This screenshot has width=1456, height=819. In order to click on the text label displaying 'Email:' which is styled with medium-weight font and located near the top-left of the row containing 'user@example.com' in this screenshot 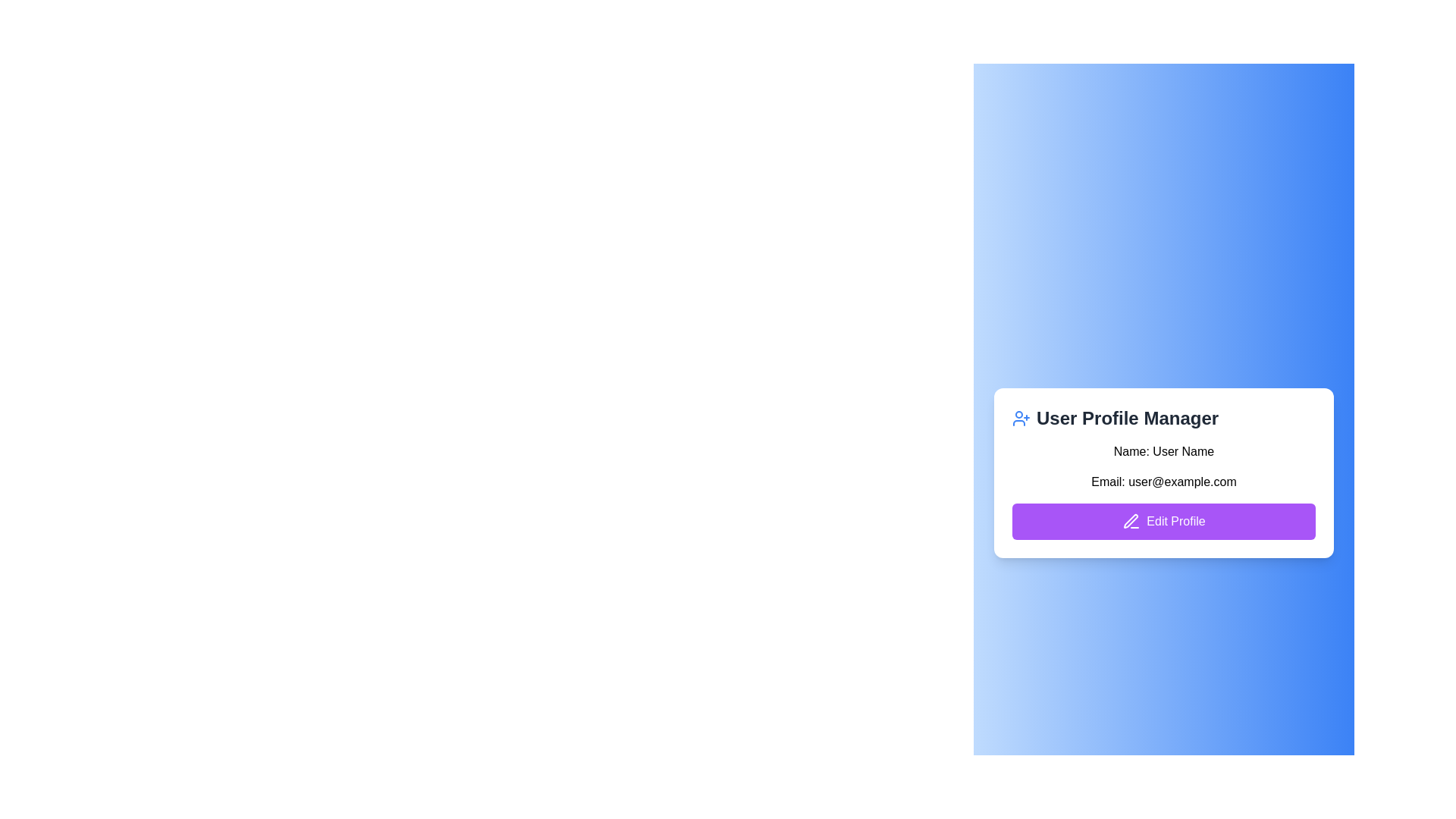, I will do `click(1108, 482)`.